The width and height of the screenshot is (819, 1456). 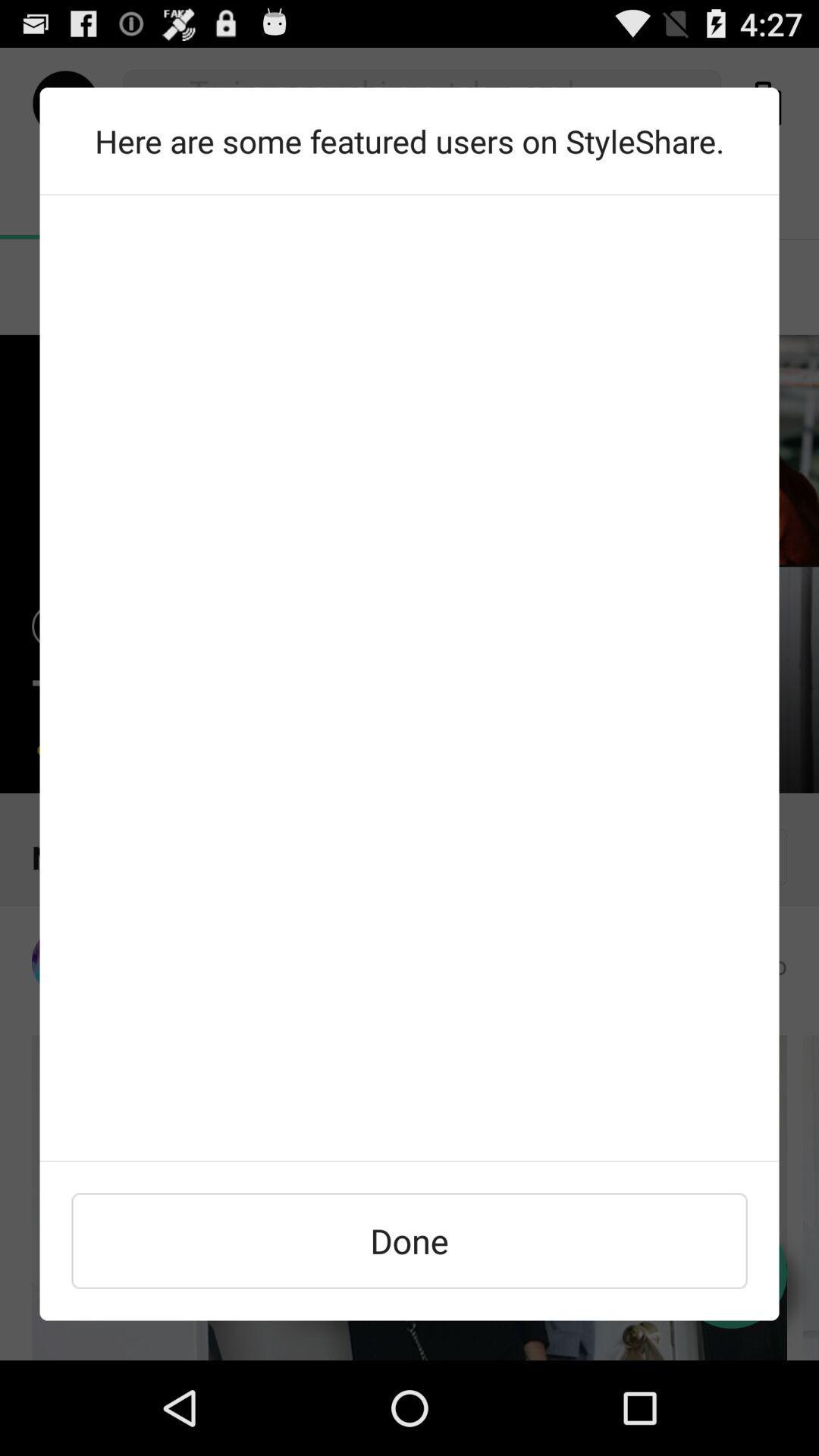 What do you see at coordinates (409, 1241) in the screenshot?
I see `done icon` at bounding box center [409, 1241].